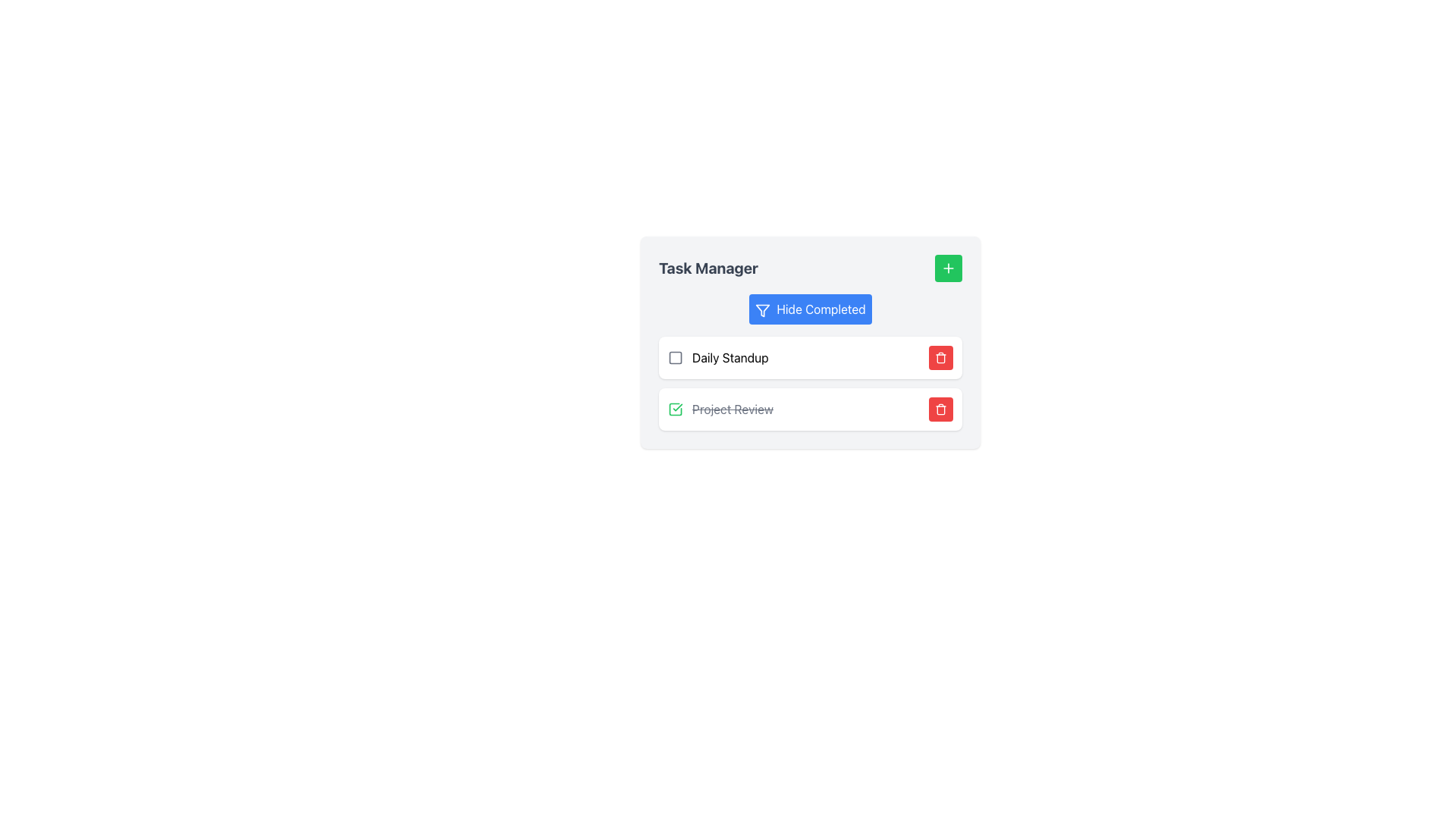  I want to click on the green check mark icon associated with the second task item labeled 'Project Review' in the task list, so click(675, 409).